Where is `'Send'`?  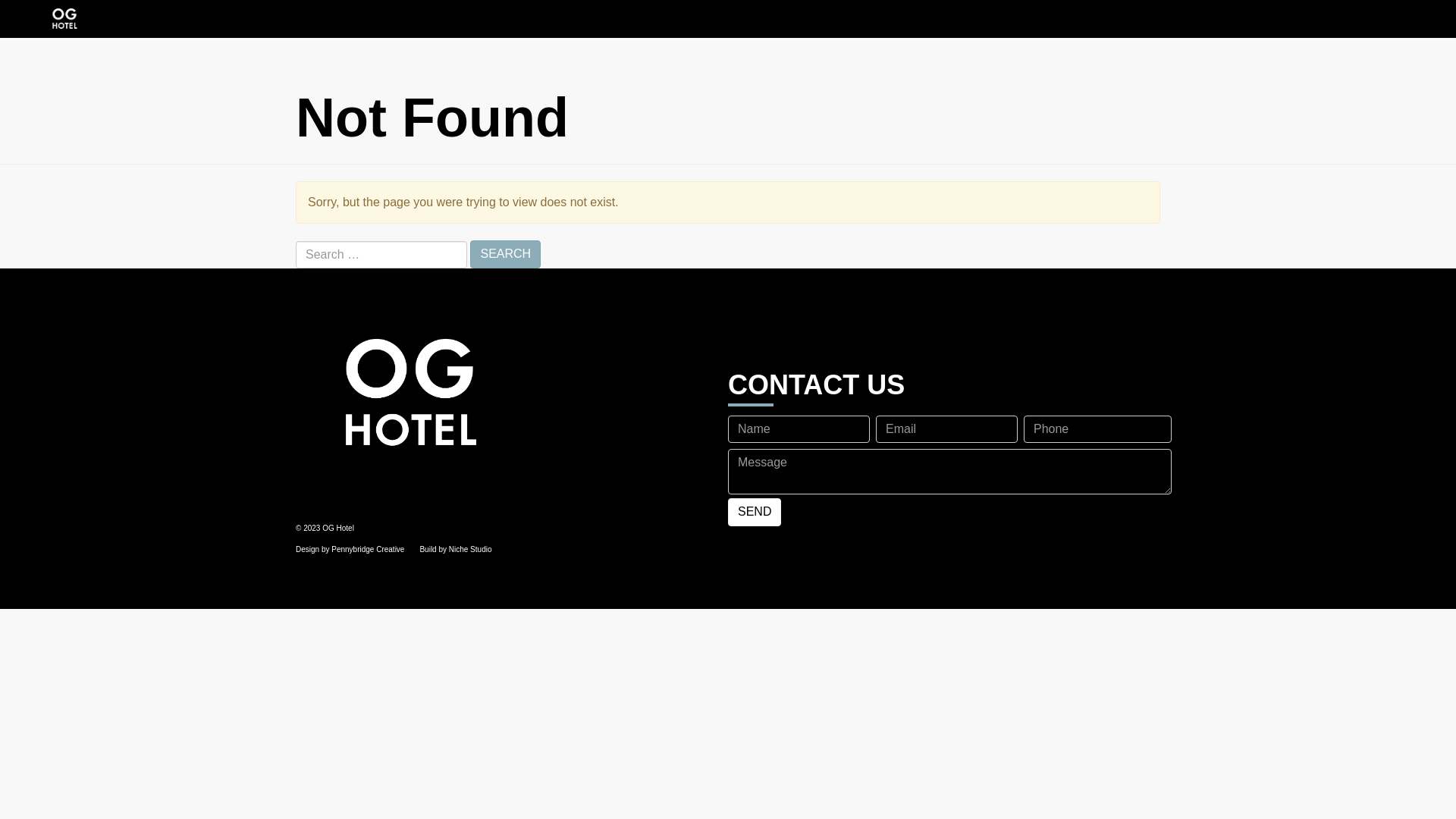 'Send' is located at coordinates (754, 512).